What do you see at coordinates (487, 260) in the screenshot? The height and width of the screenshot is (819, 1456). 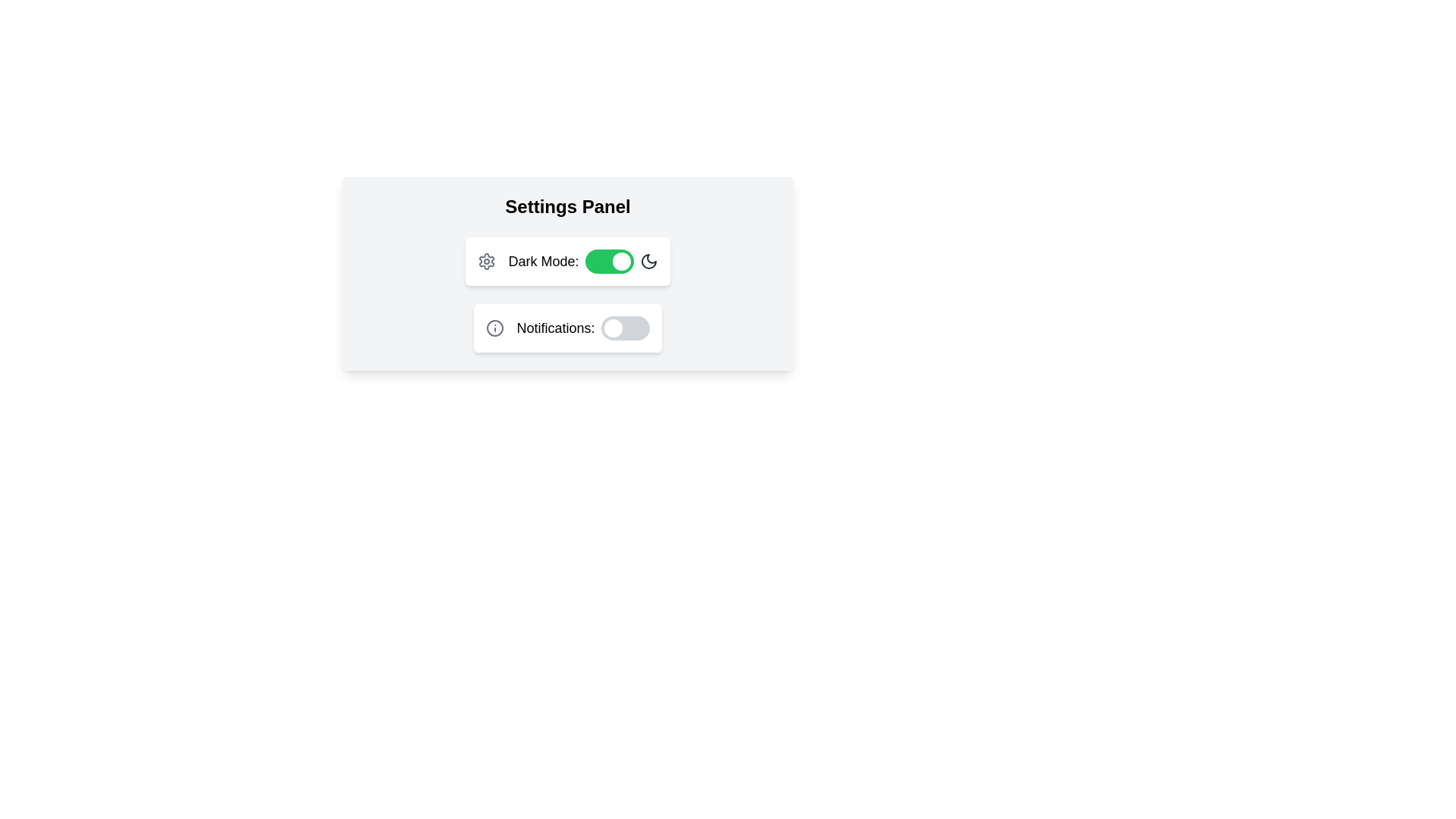 I see `the gear-shaped settings icon located in the Settings Panel, positioned to the left of the 'Dark Mode' text` at bounding box center [487, 260].